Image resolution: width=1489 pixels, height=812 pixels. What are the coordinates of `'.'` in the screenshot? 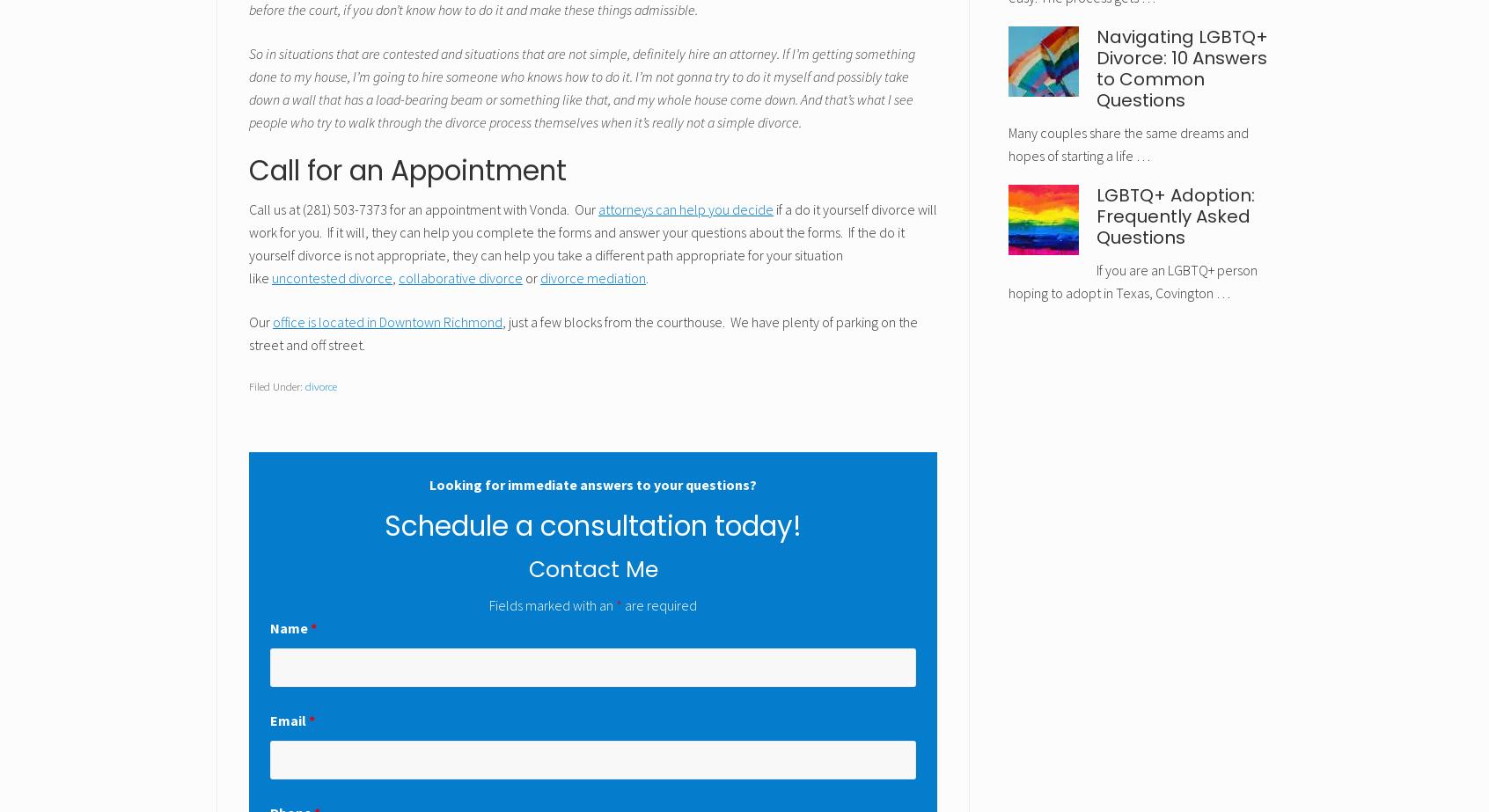 It's located at (646, 278).